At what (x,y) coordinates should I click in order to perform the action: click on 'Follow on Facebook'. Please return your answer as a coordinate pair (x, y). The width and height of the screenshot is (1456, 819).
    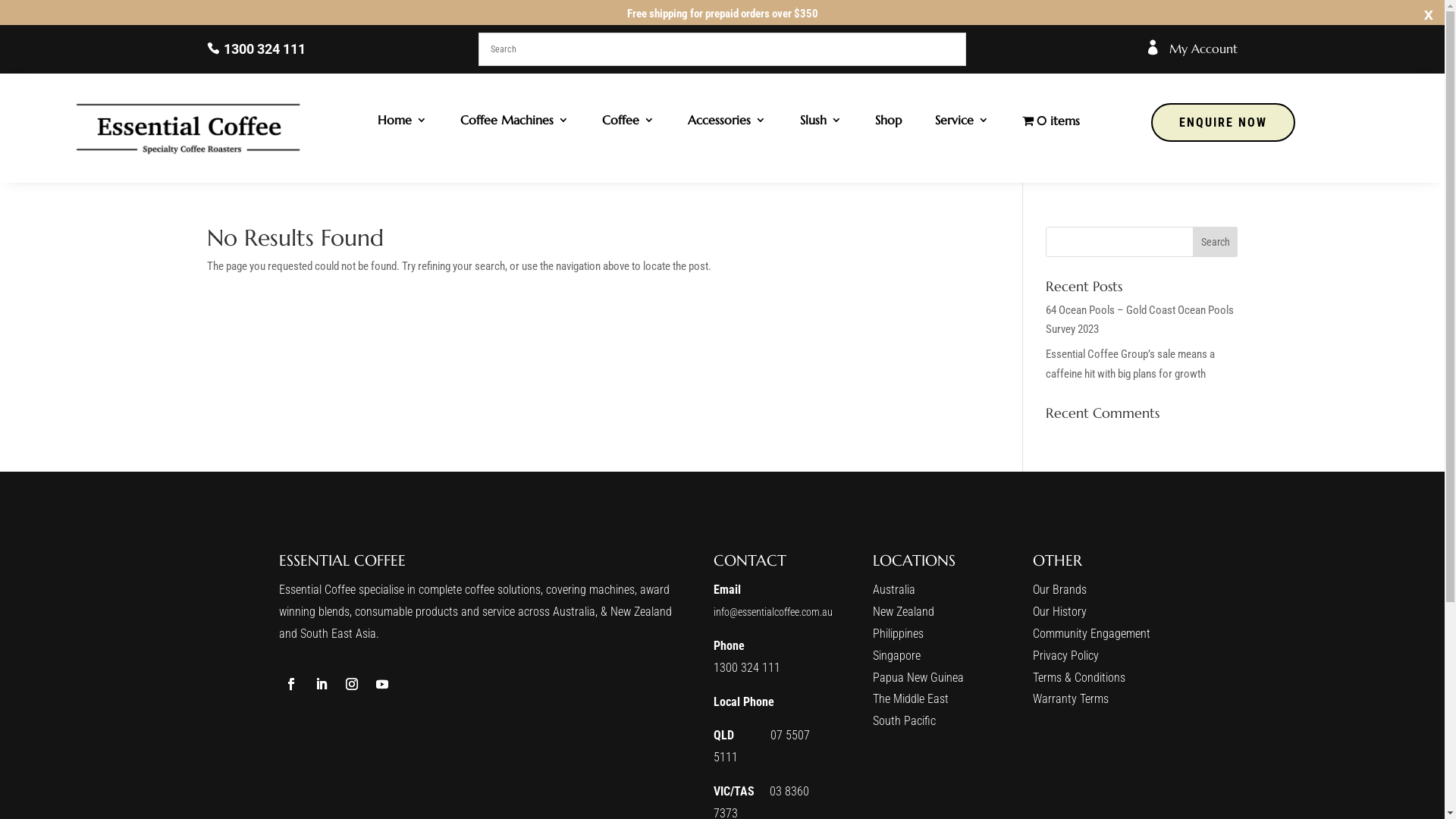
    Looking at the image, I should click on (279, 684).